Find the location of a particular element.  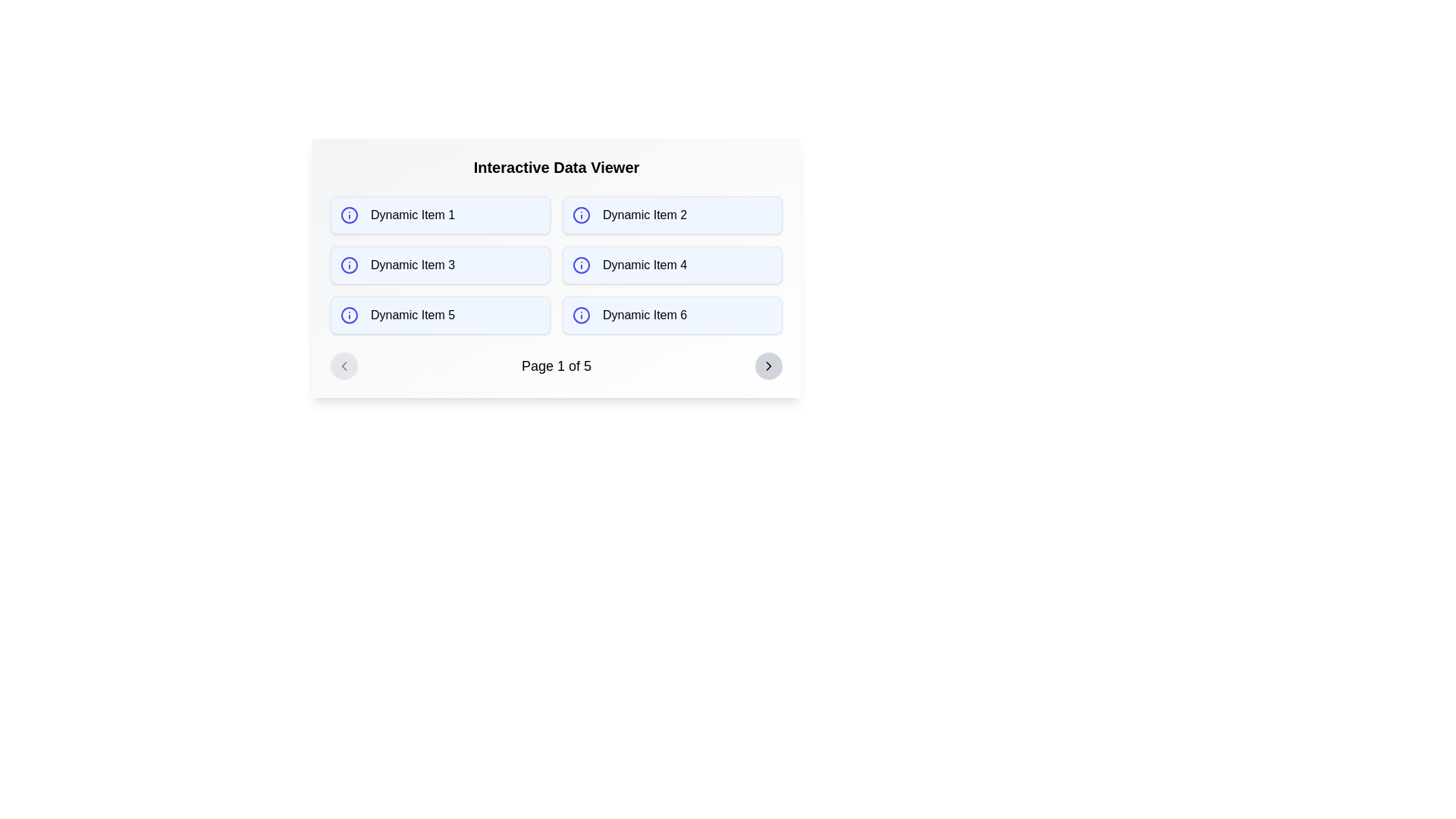

the navigational chevron icon located at the bottom-right corner of the interface, which indicates proceeding to the next page or item is located at coordinates (768, 366).